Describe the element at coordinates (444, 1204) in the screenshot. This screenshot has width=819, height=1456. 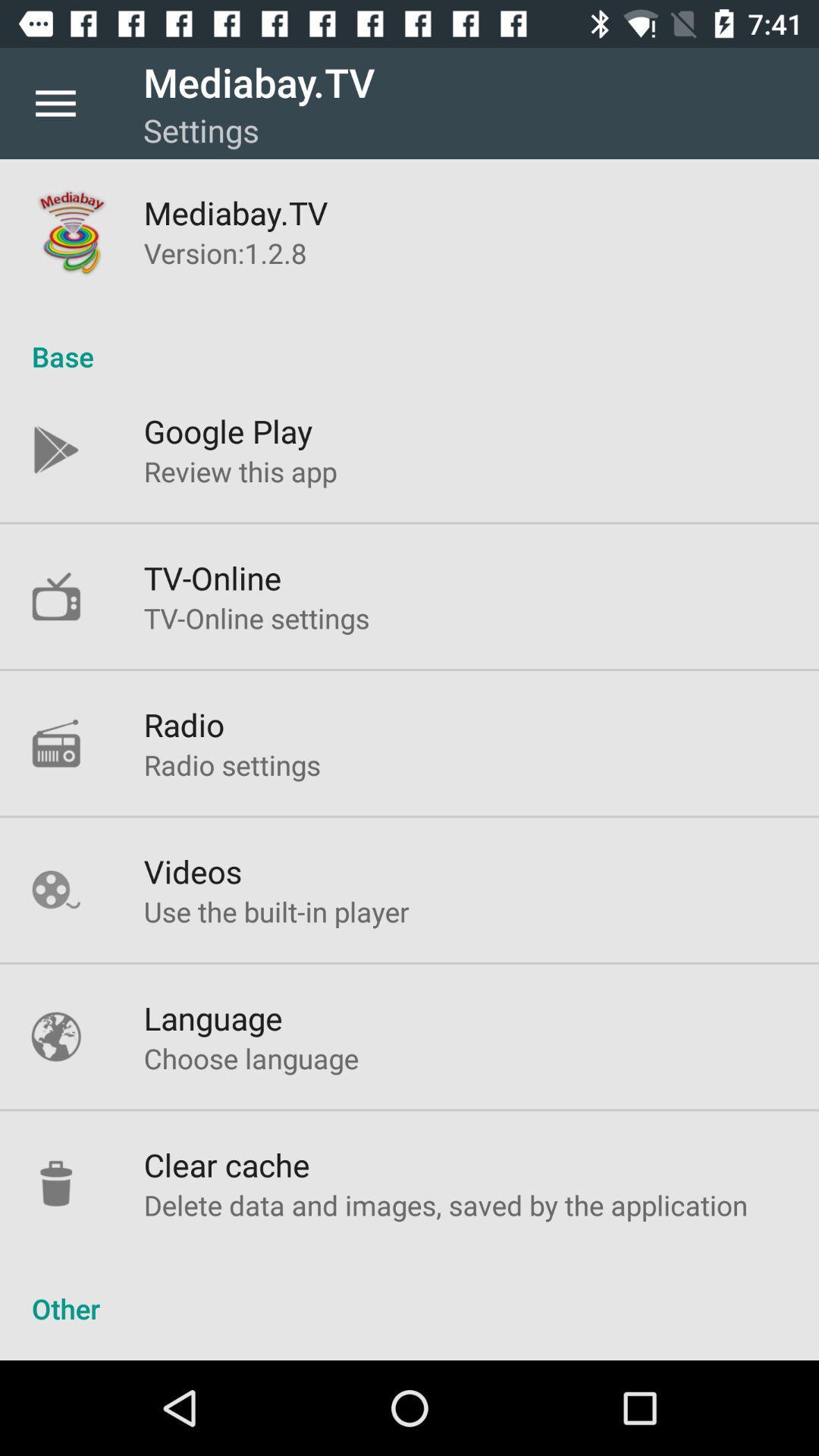
I see `delete data and` at that location.